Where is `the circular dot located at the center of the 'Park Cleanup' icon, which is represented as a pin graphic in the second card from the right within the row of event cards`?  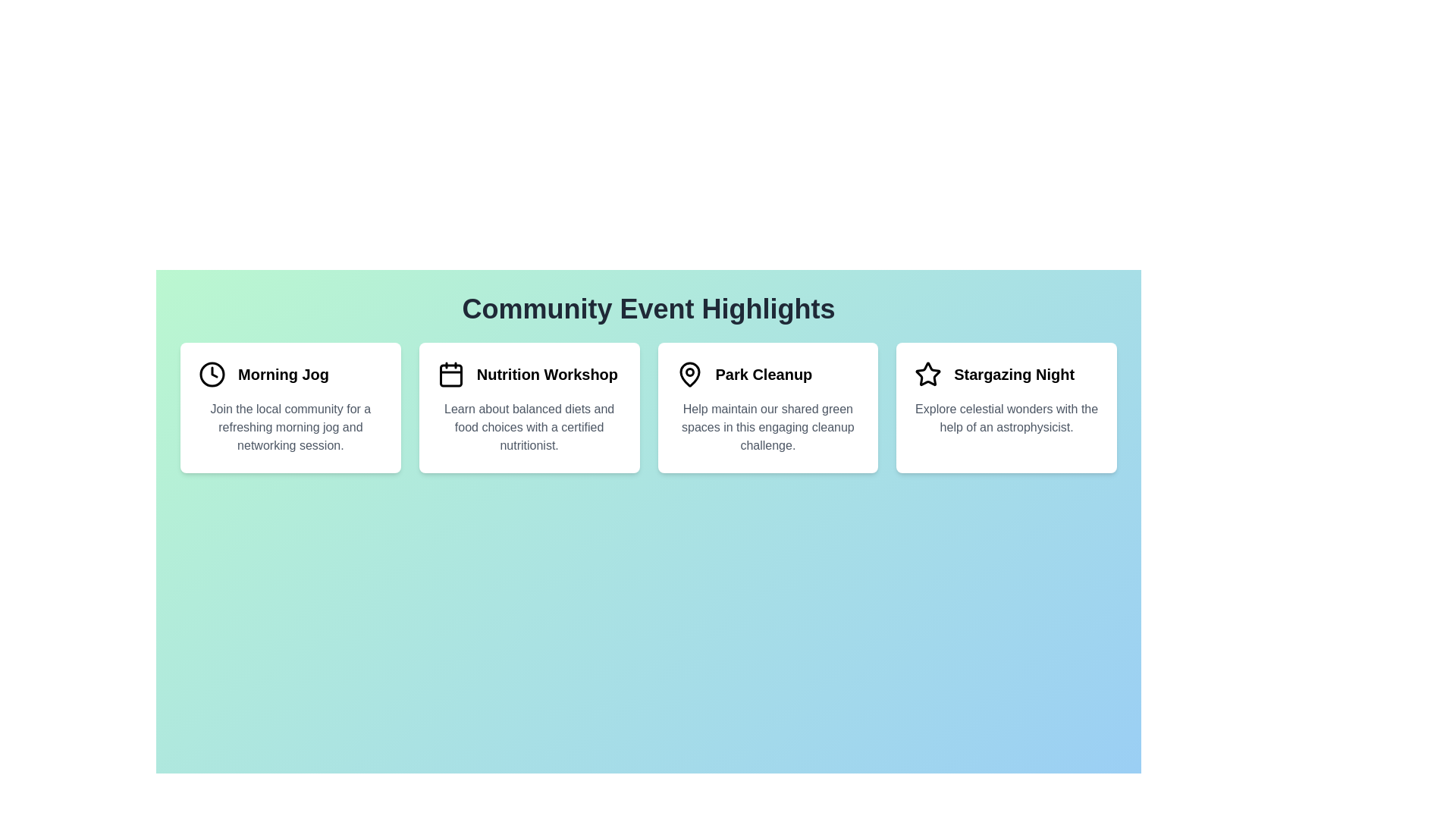
the circular dot located at the center of the 'Park Cleanup' icon, which is represented as a pin graphic in the second card from the right within the row of event cards is located at coordinates (689, 372).